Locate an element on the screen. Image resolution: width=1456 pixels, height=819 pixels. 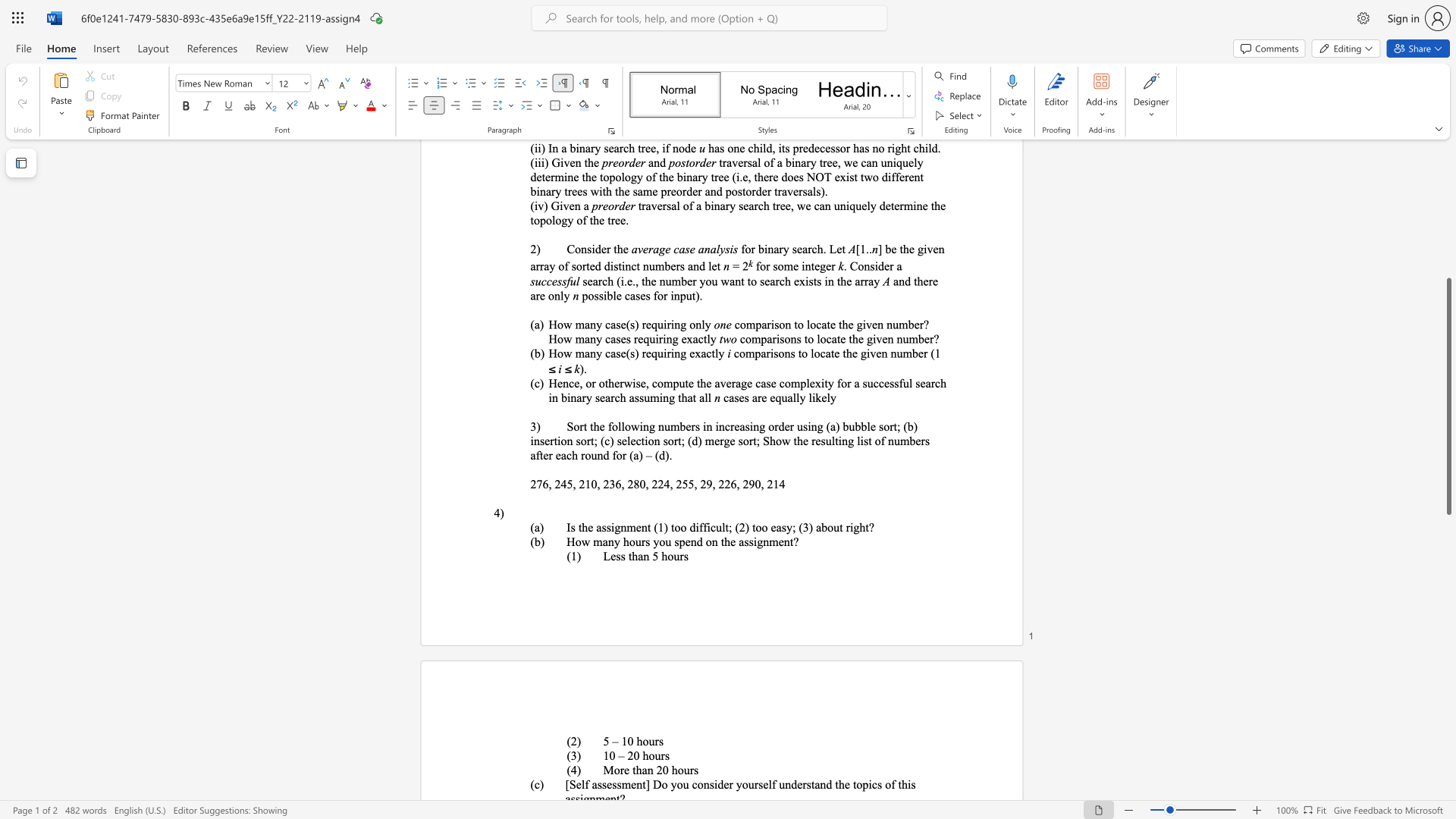
the subset text "; (3) about ri" within the text "Is the assignment (1) too difficult; (2) too easy; (3) about right?" is located at coordinates (792, 526).